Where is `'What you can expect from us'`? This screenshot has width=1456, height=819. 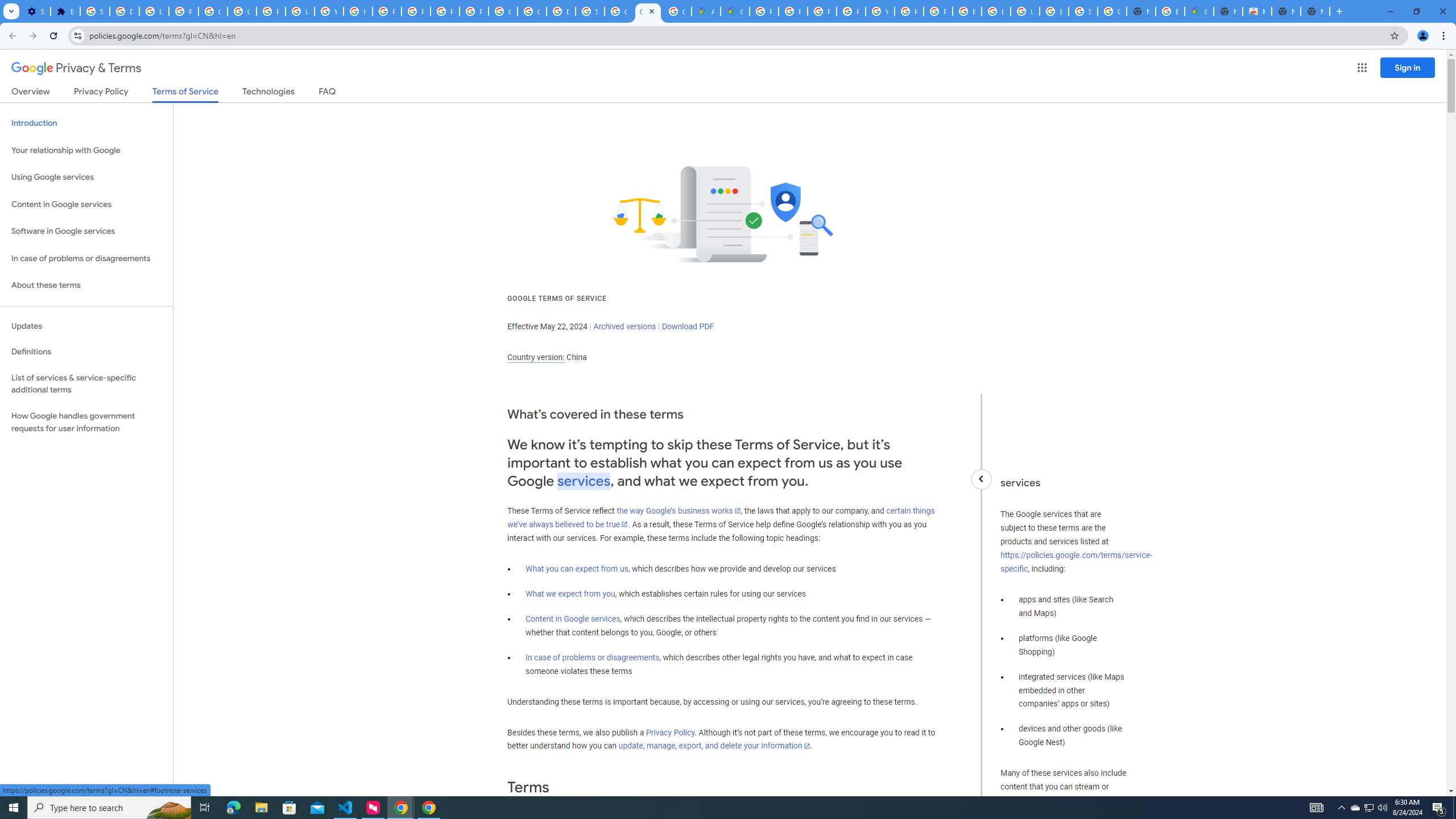 'What you can expect from us' is located at coordinates (577, 568).